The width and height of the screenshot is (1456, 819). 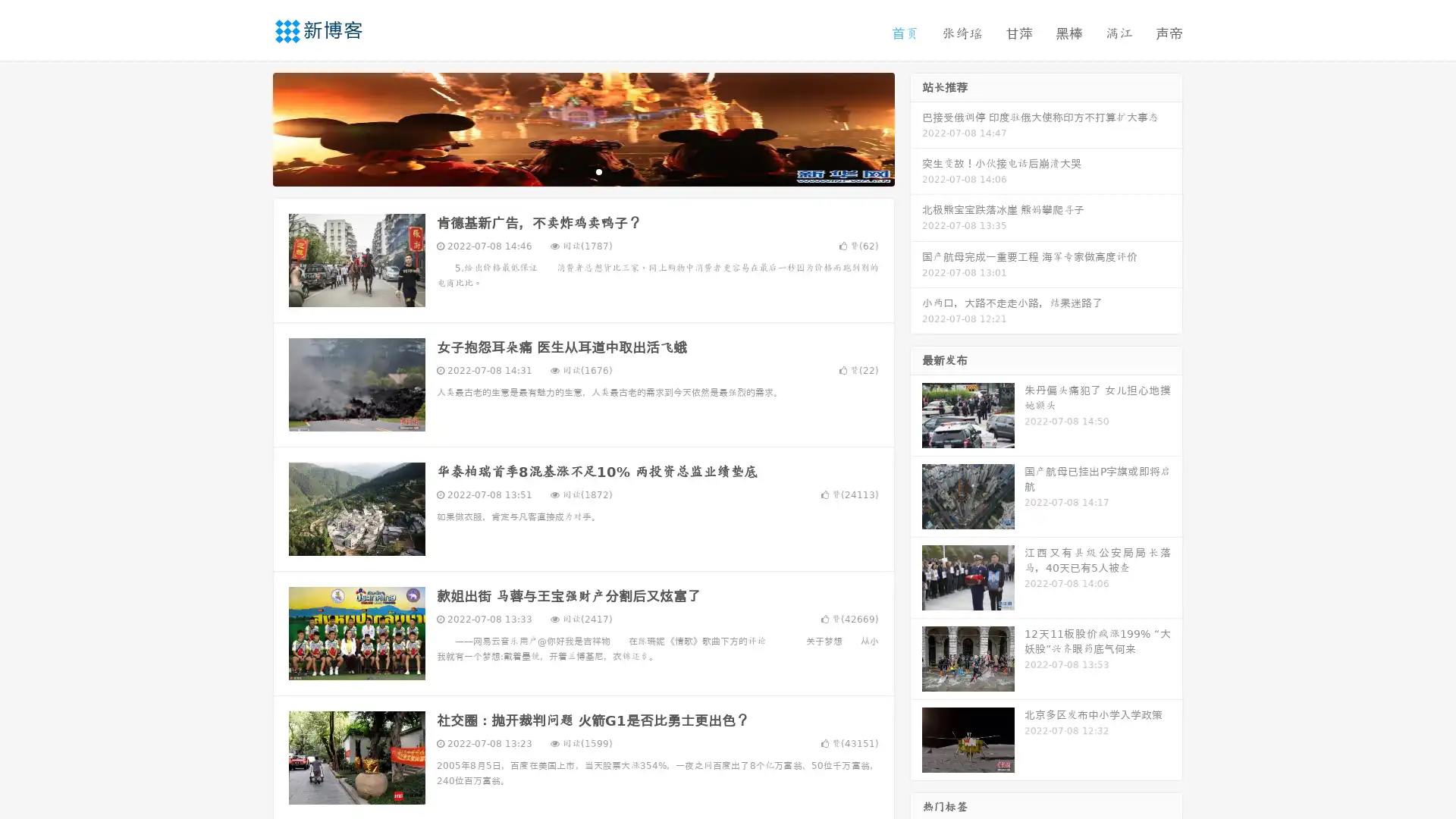 I want to click on Previous slide, so click(x=250, y=127).